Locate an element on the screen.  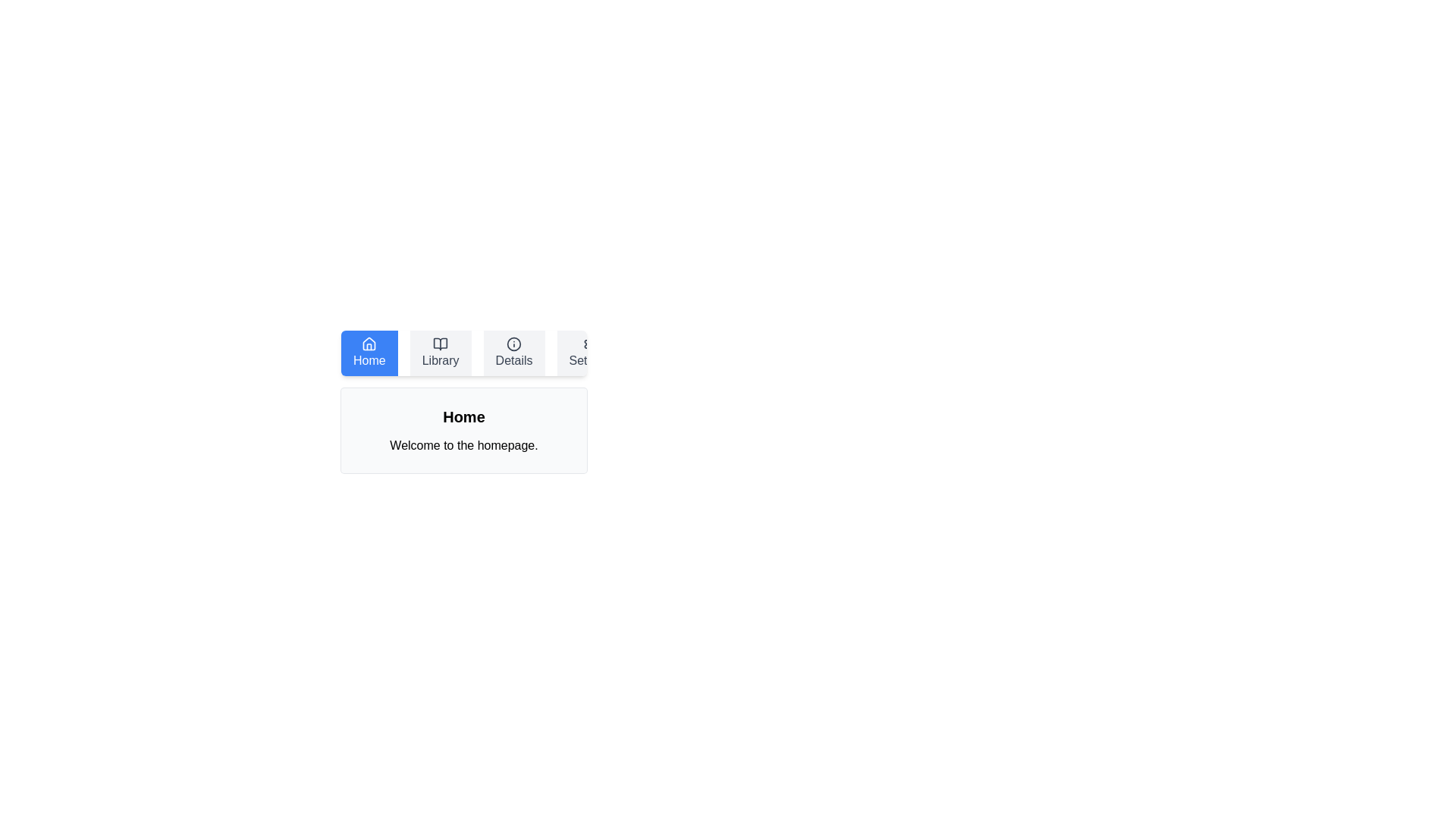
the Details tab to view its content is located at coordinates (514, 353).